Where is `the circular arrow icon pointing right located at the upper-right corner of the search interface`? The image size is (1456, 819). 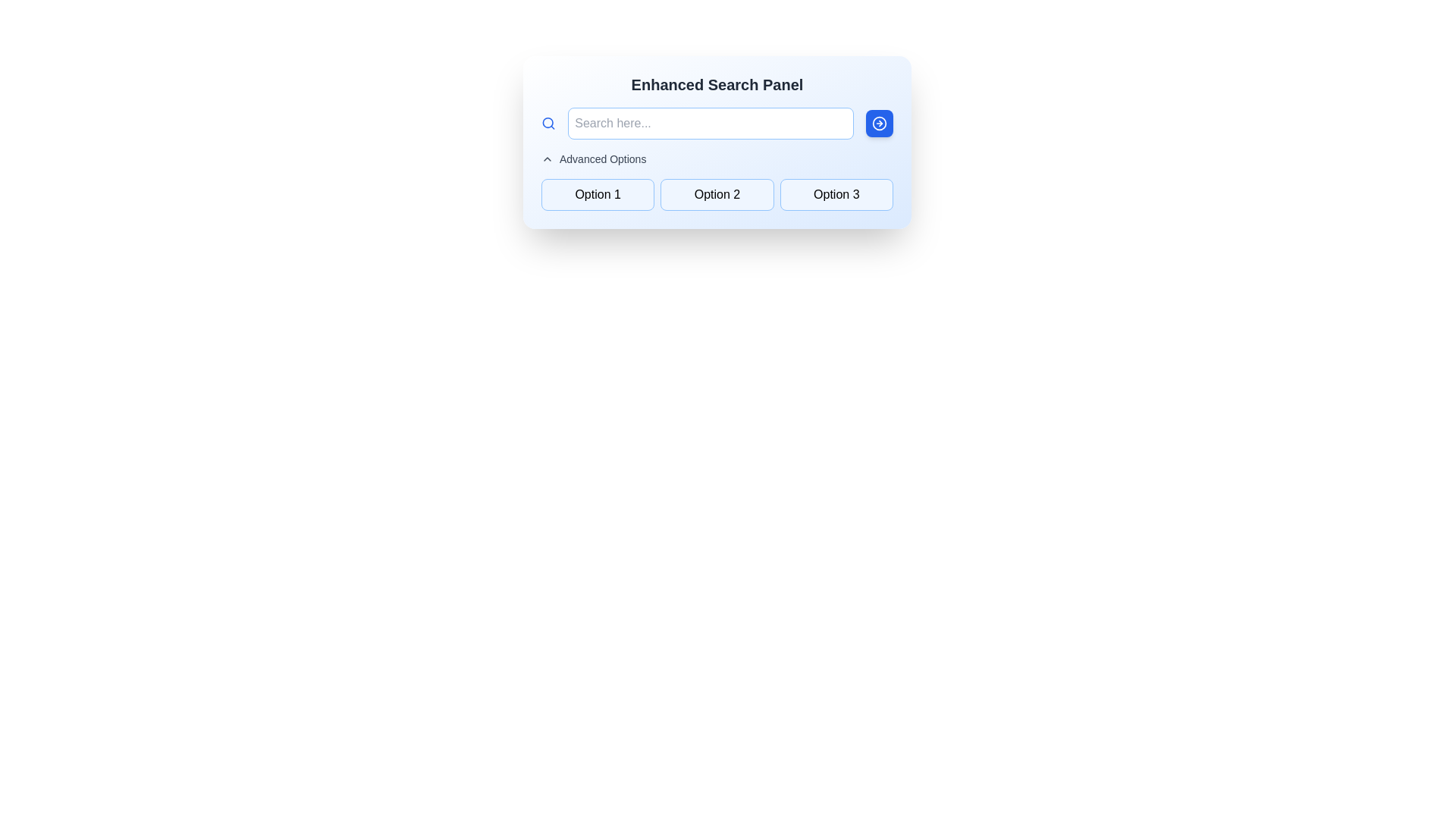 the circular arrow icon pointing right located at the upper-right corner of the search interface is located at coordinates (880, 122).